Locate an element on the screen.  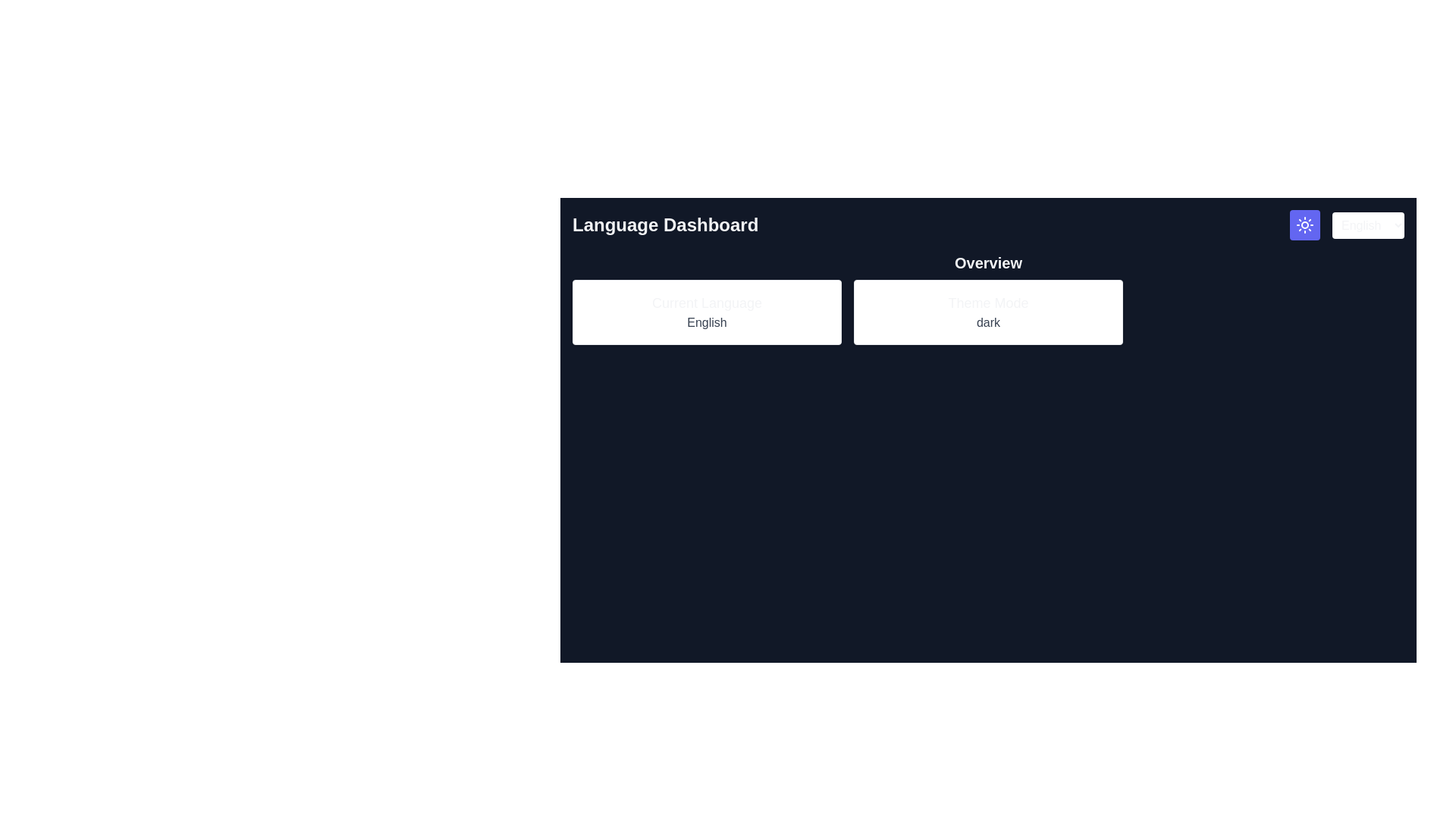
the text label displaying 'English' which is styled in gray and is located below the 'Current Language' label is located at coordinates (706, 322).